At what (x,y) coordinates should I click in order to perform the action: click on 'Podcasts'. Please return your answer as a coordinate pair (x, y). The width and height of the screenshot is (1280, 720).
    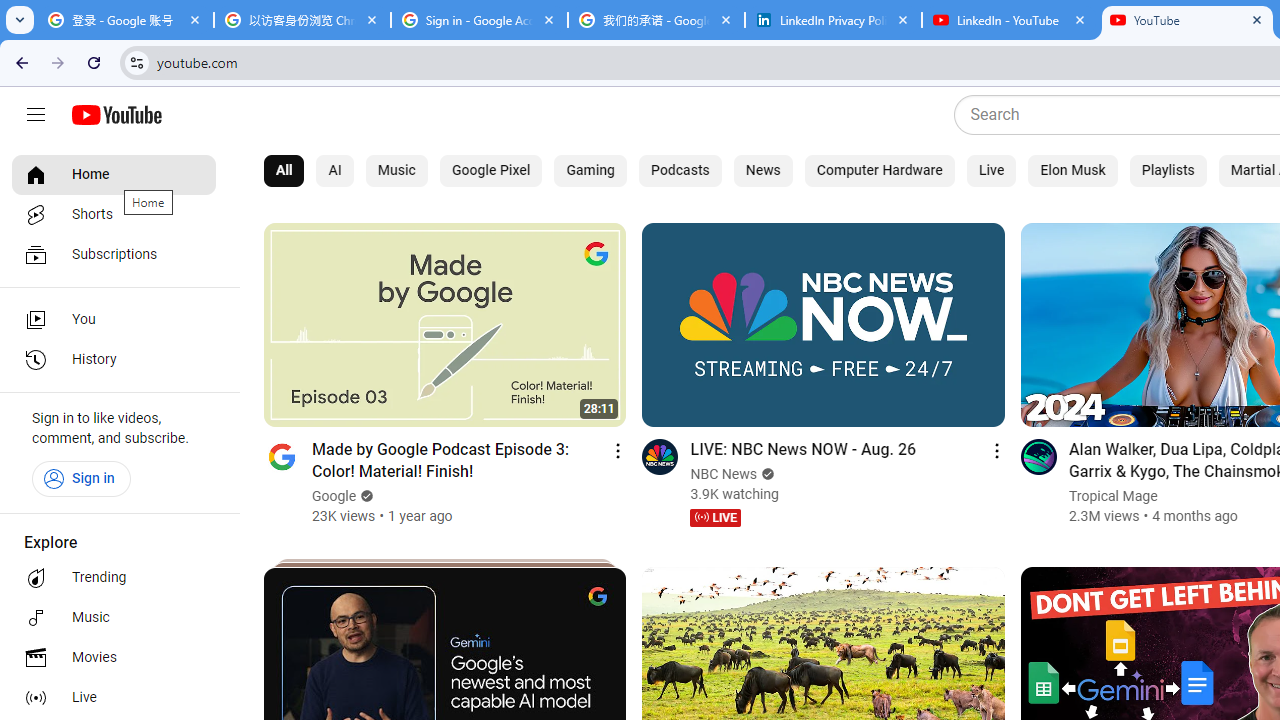
    Looking at the image, I should click on (680, 170).